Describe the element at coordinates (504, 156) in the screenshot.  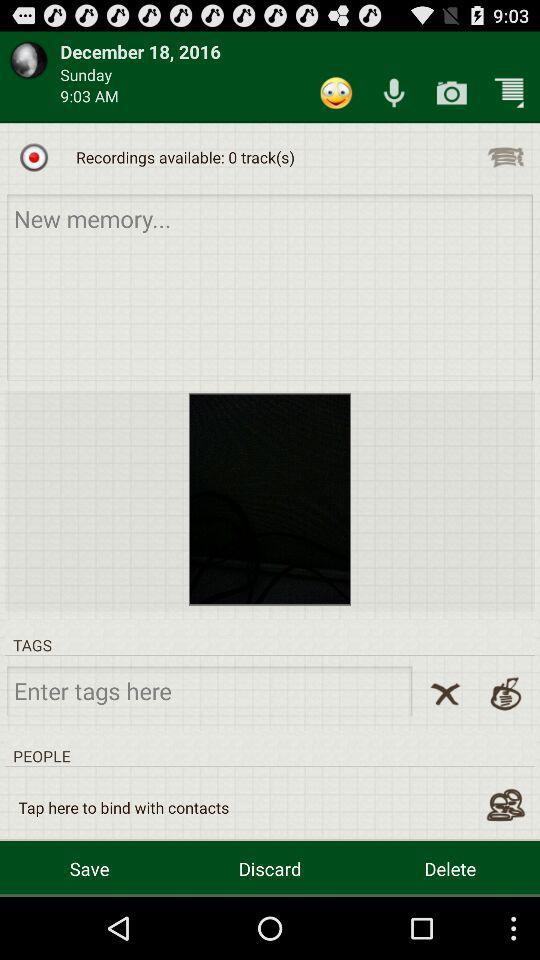
I see `item next to the recordings available 0 item` at that location.